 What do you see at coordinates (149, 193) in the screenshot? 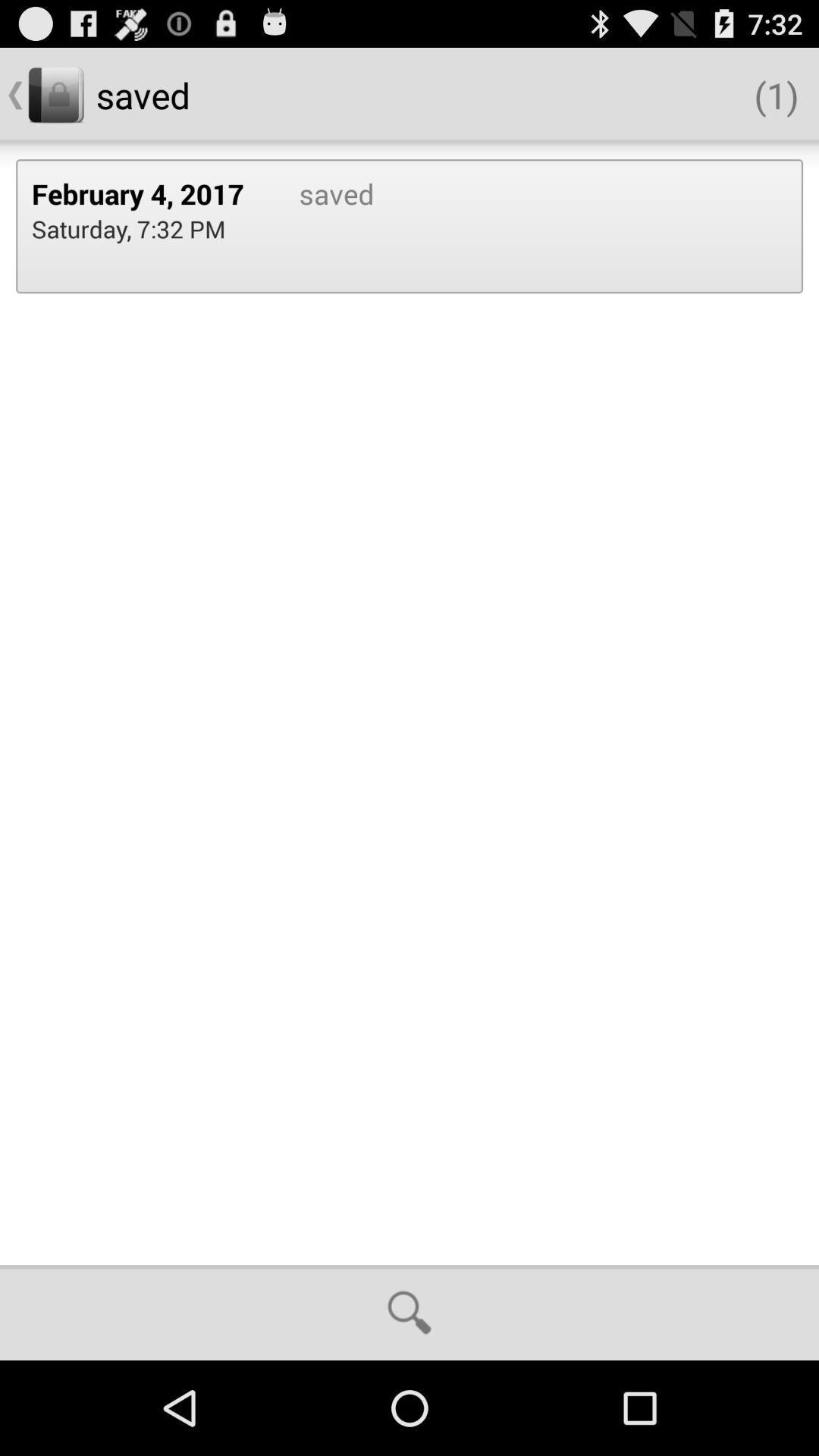
I see `app next to saved` at bounding box center [149, 193].